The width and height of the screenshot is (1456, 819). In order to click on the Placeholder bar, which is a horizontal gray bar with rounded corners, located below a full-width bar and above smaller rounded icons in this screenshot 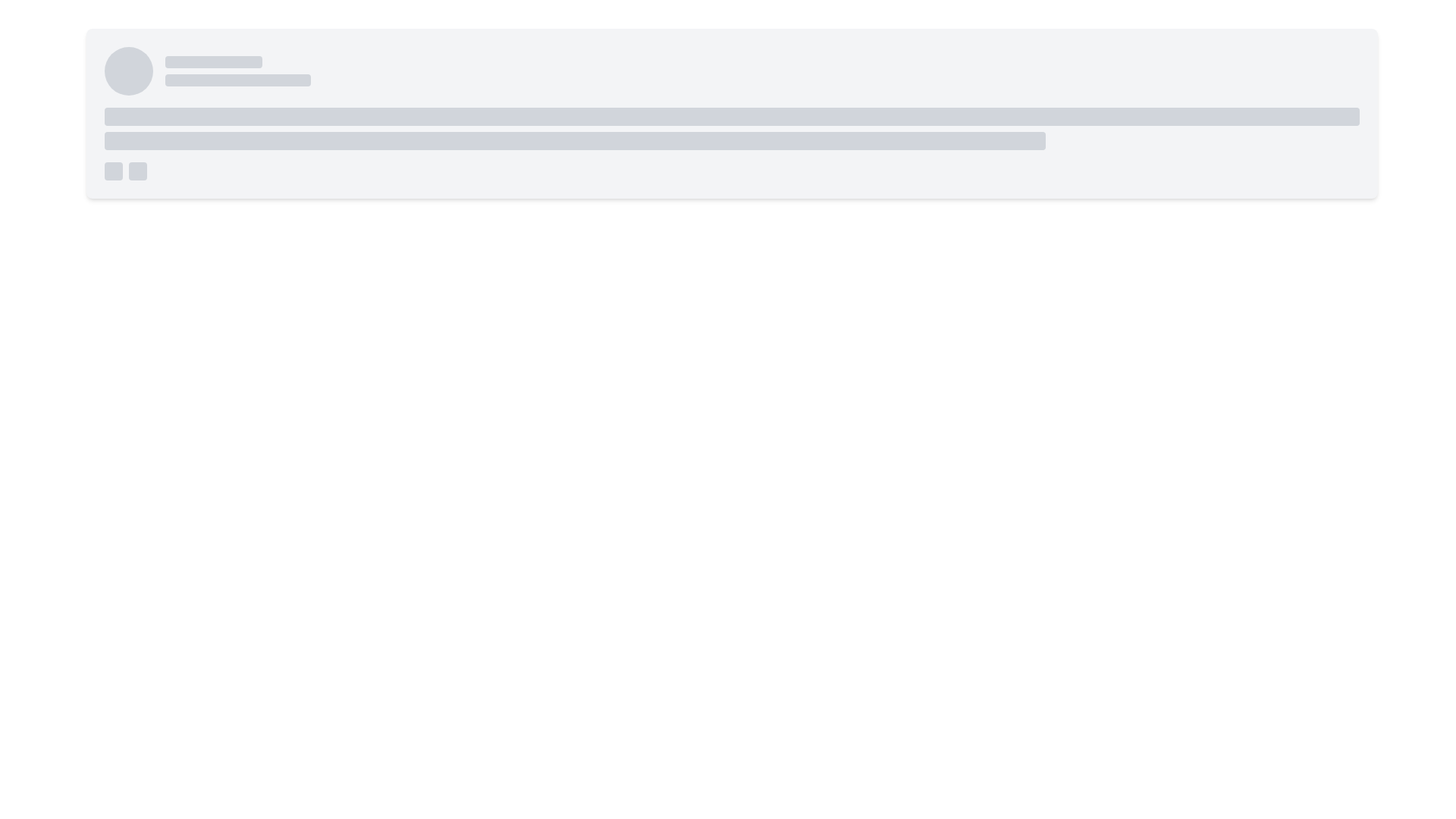, I will do `click(574, 140)`.